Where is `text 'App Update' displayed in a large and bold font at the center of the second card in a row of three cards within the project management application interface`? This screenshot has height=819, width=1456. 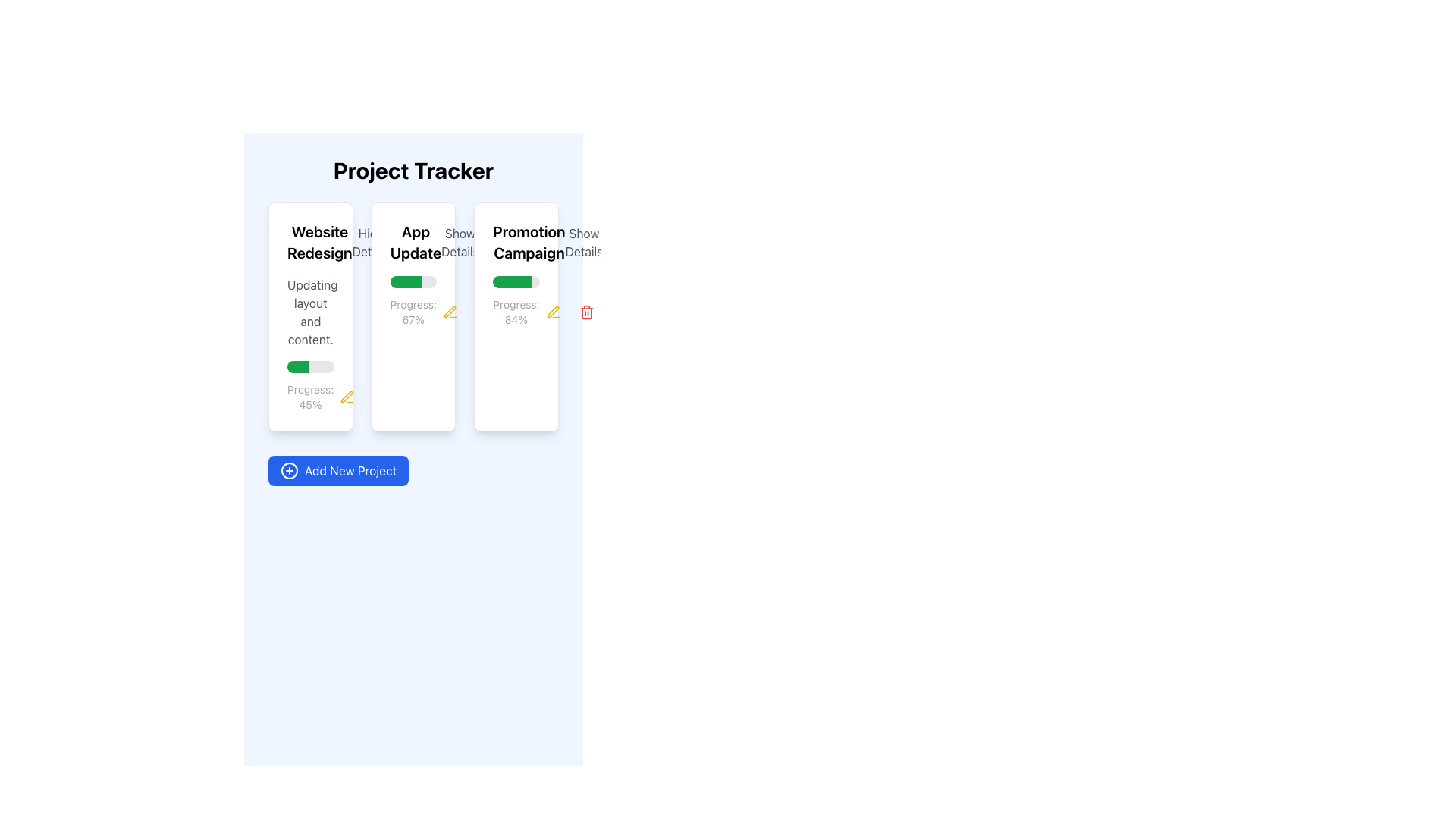 text 'App Update' displayed in a large and bold font at the center of the second card in a row of three cards within the project management application interface is located at coordinates (416, 242).